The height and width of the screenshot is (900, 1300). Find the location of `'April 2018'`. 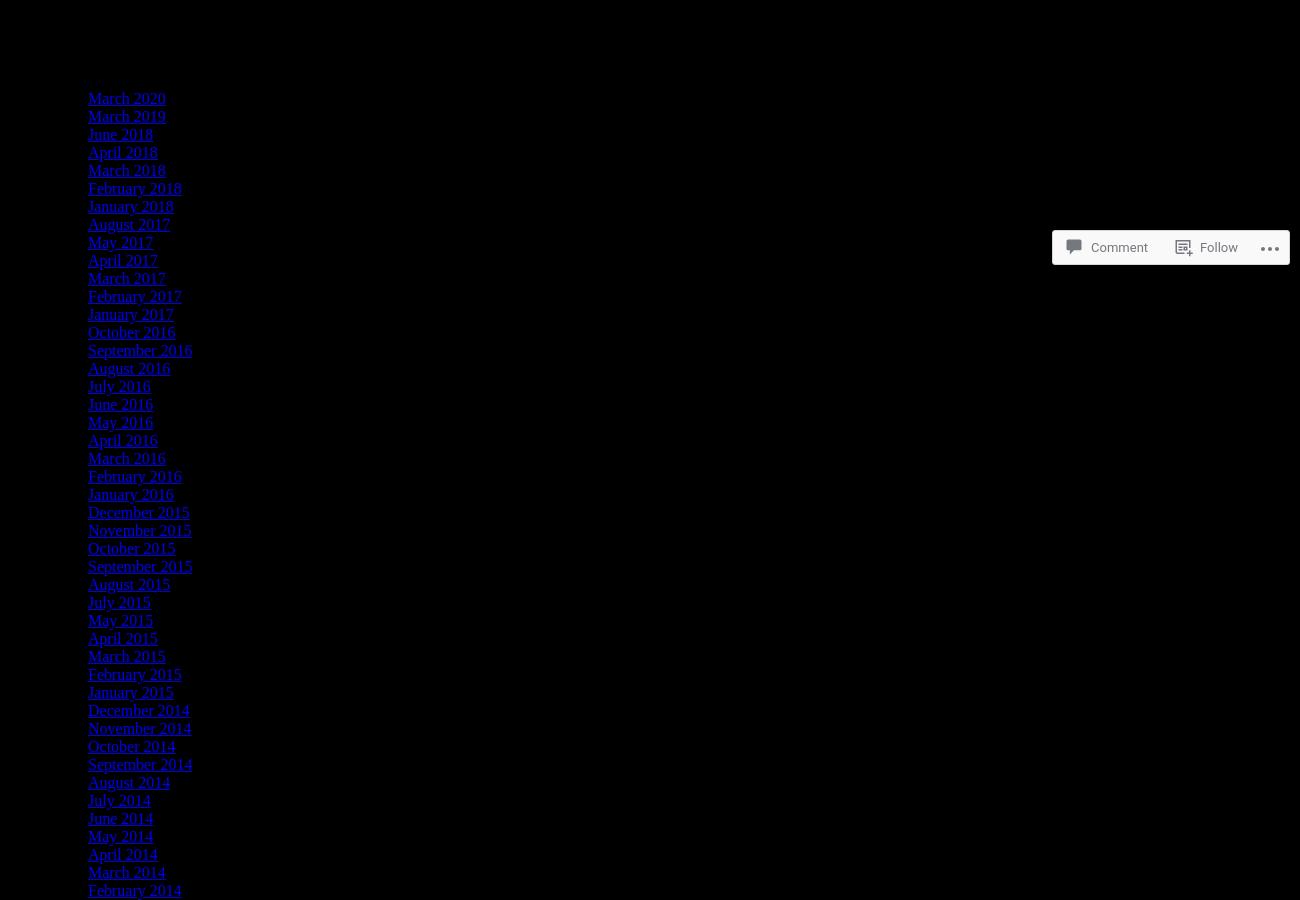

'April 2018' is located at coordinates (121, 152).